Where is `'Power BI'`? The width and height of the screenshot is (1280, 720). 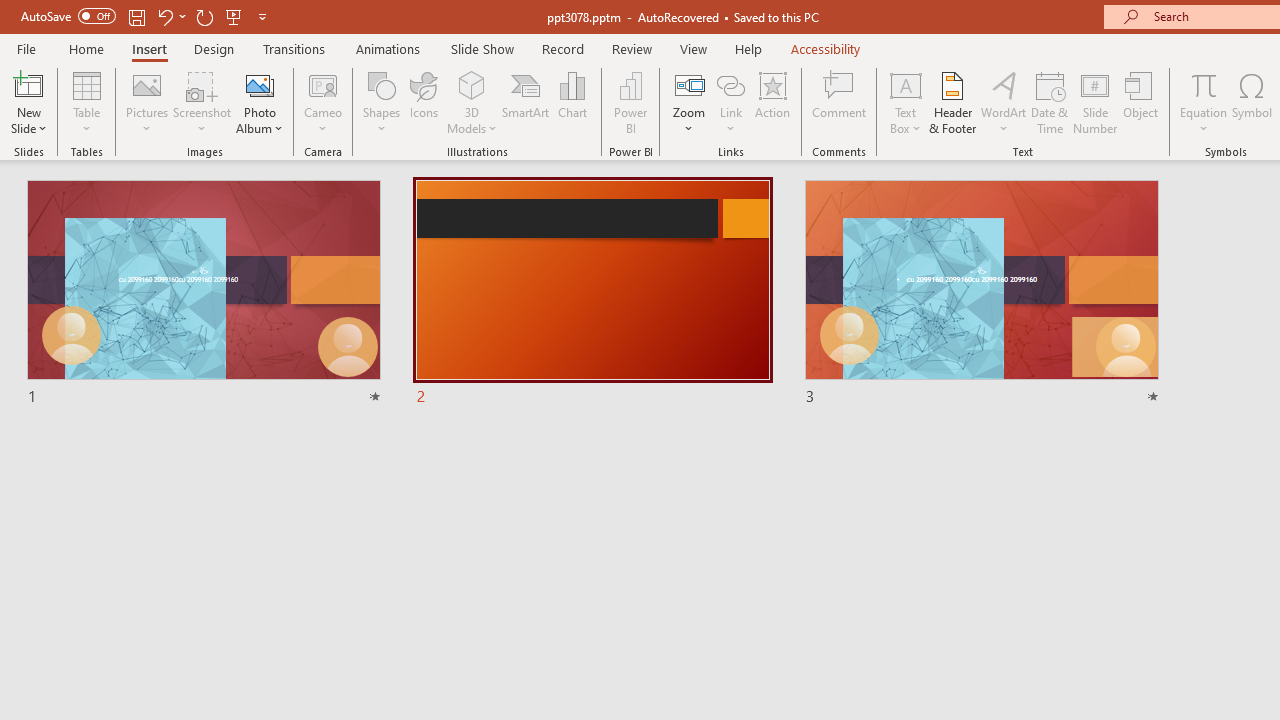
'Power BI' is located at coordinates (630, 103).